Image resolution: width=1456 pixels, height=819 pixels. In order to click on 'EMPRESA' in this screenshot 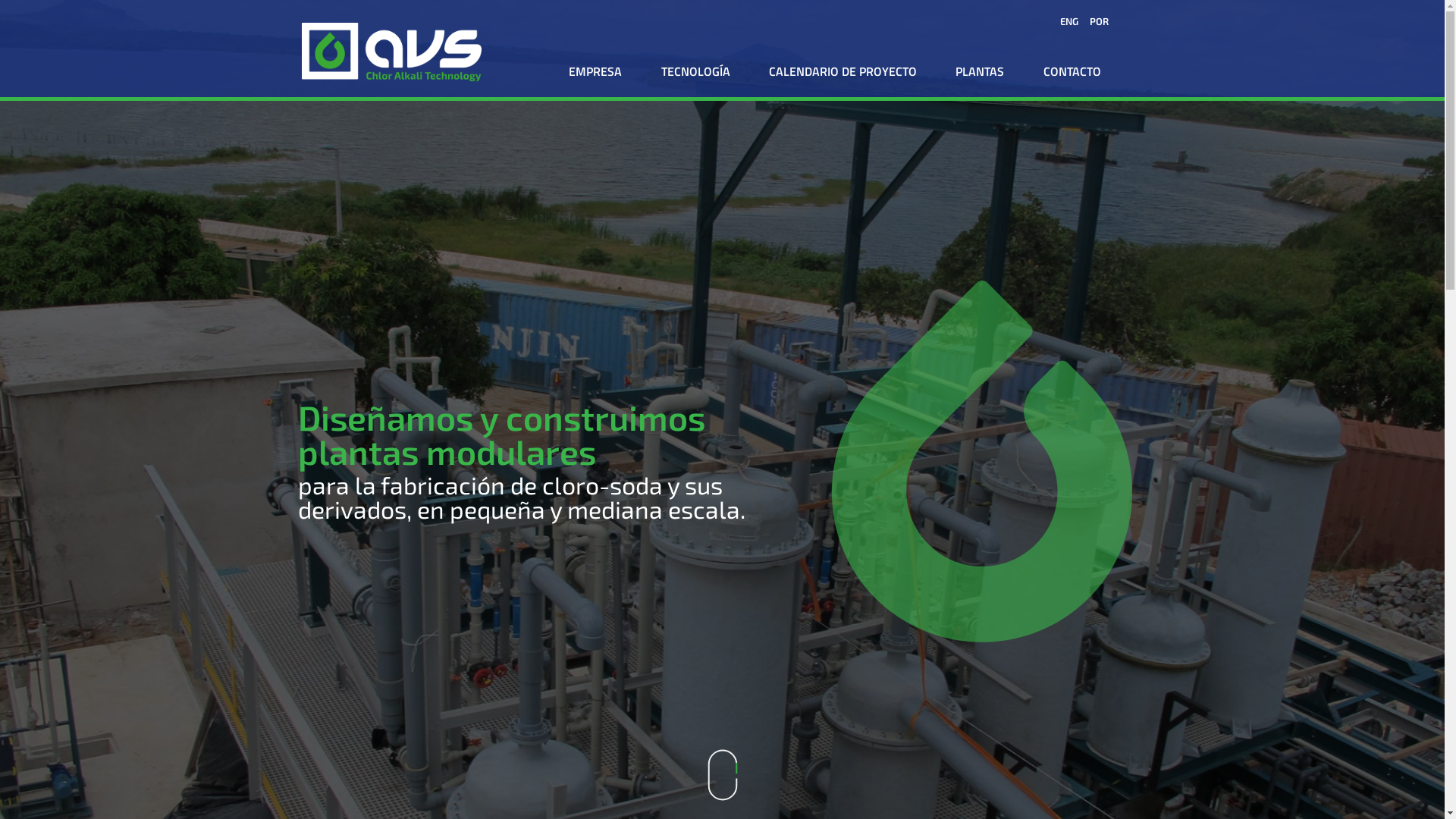, I will do `click(595, 71)`.